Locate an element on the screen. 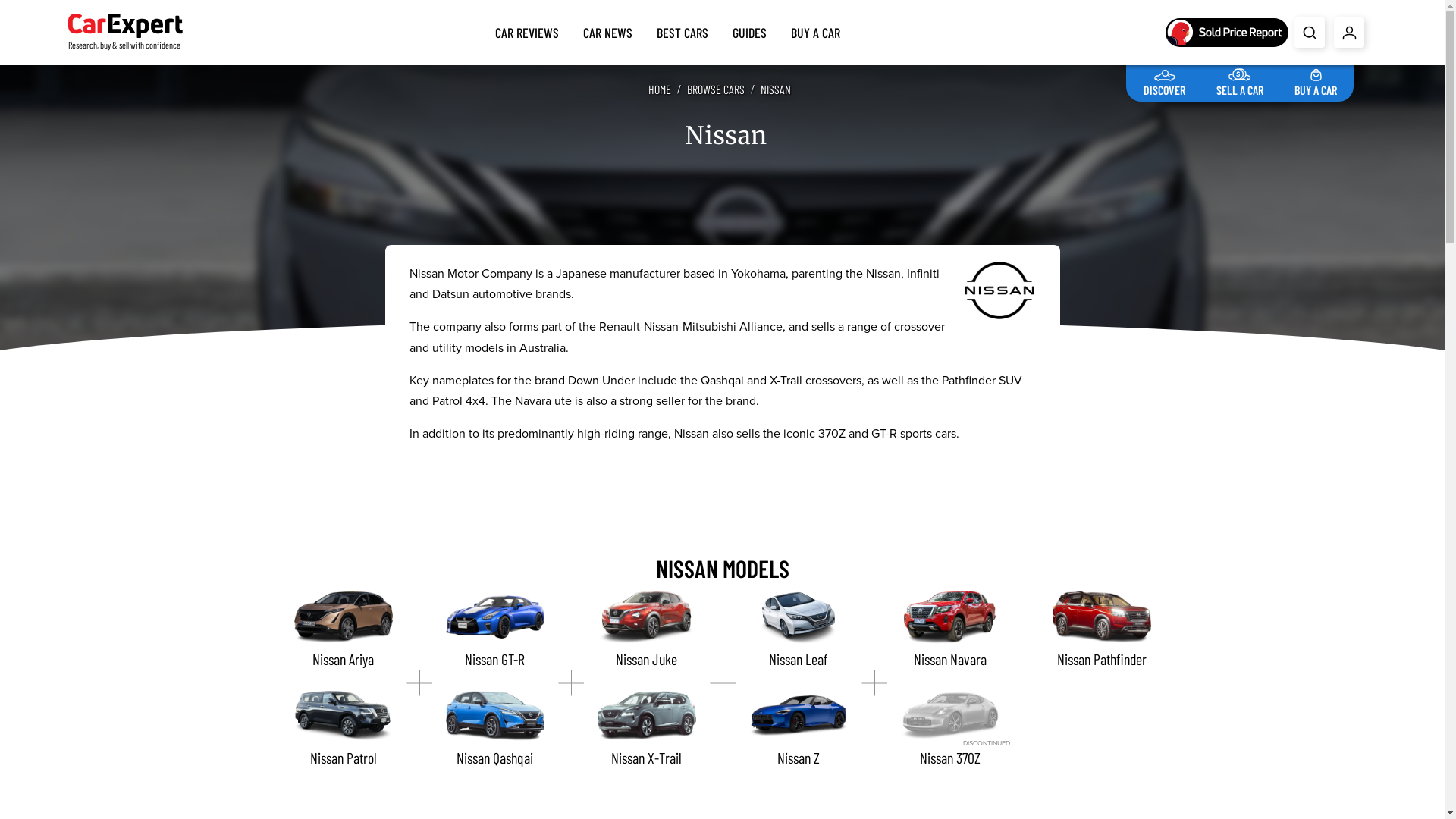 This screenshot has height=819, width=1456. 'Nissan Juke' is located at coordinates (645, 629).